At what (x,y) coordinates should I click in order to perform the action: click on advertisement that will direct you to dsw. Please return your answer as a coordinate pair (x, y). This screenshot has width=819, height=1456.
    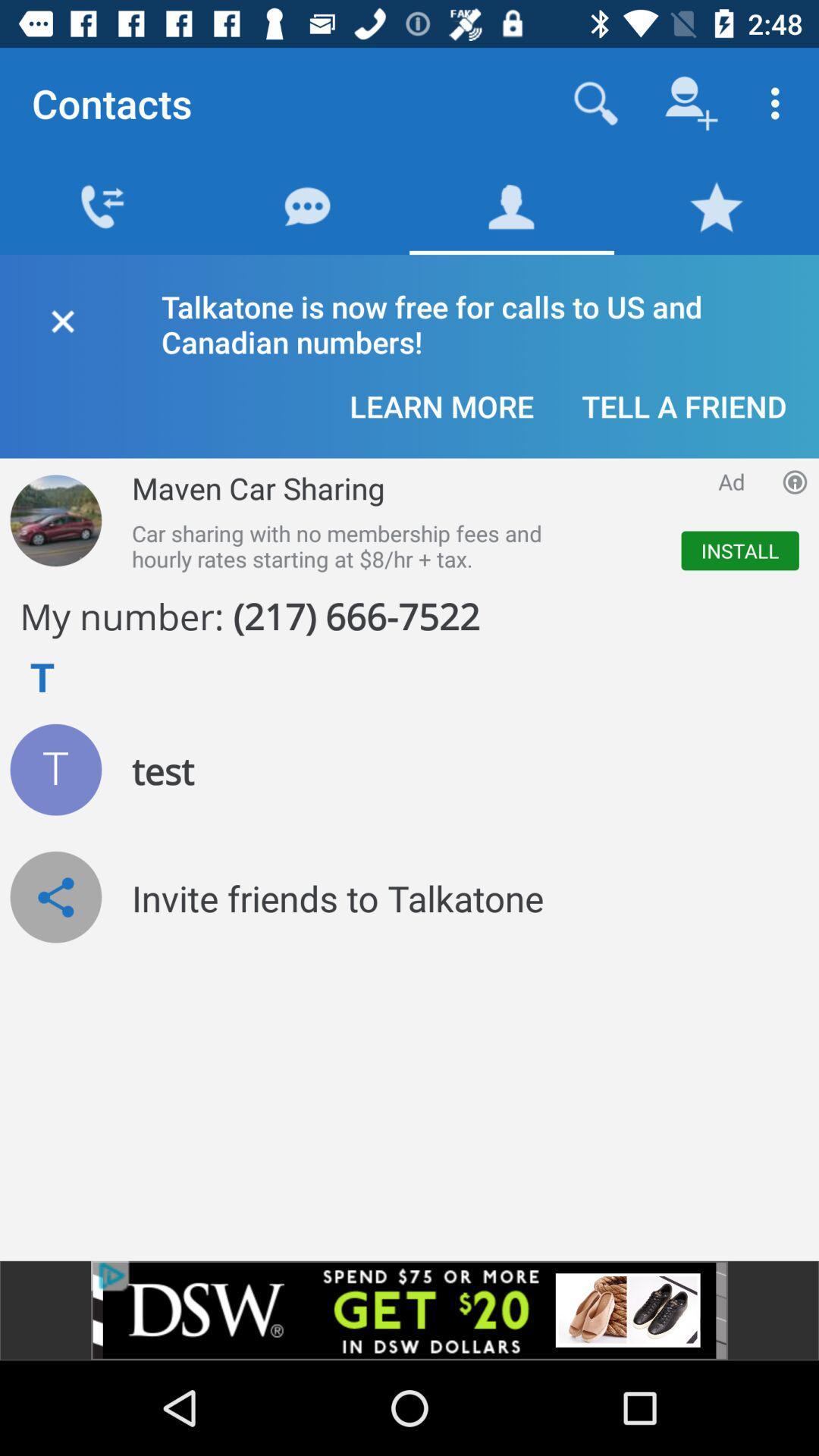
    Looking at the image, I should click on (409, 1310).